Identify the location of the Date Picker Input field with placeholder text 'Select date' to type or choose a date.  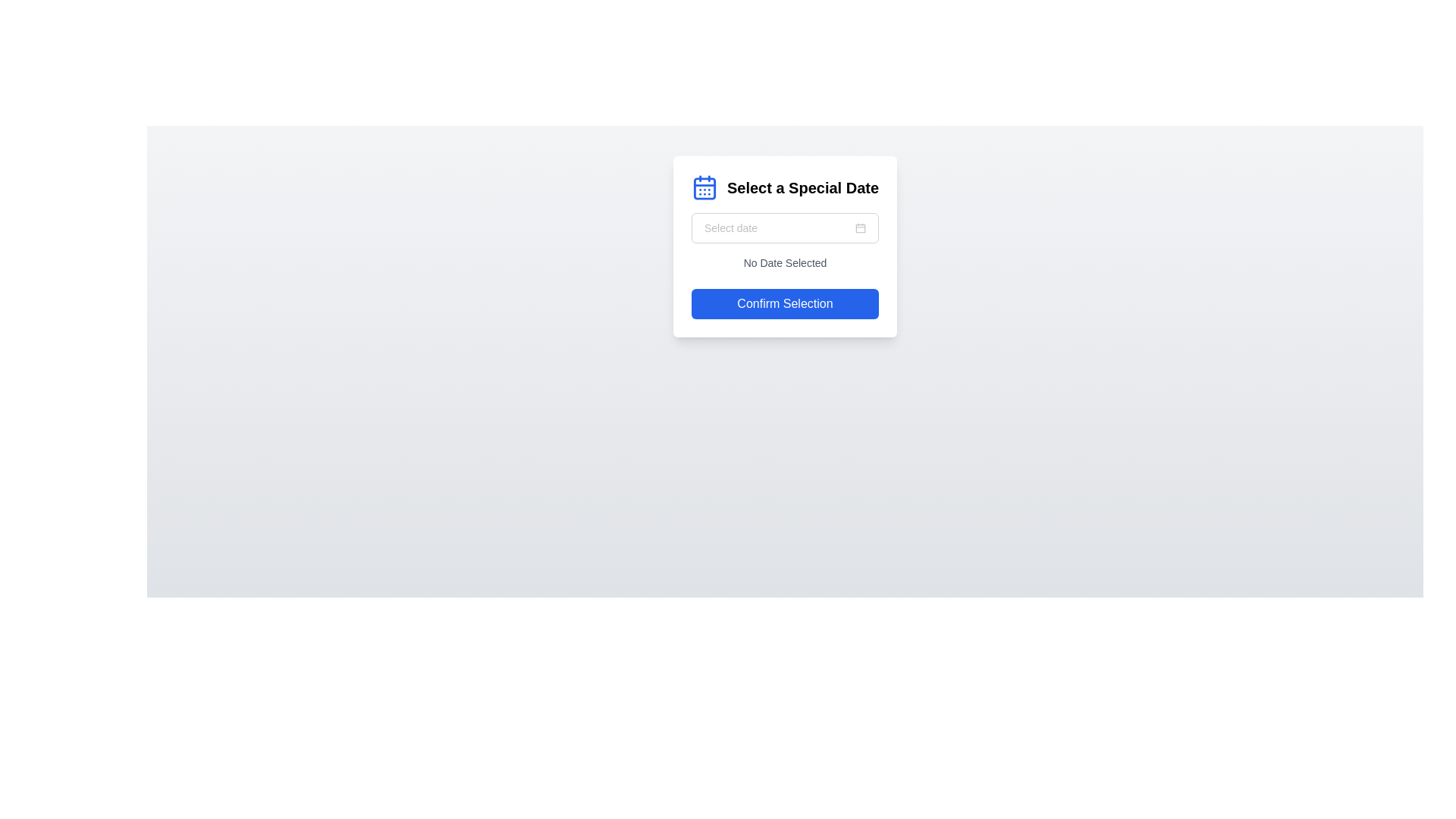
(785, 227).